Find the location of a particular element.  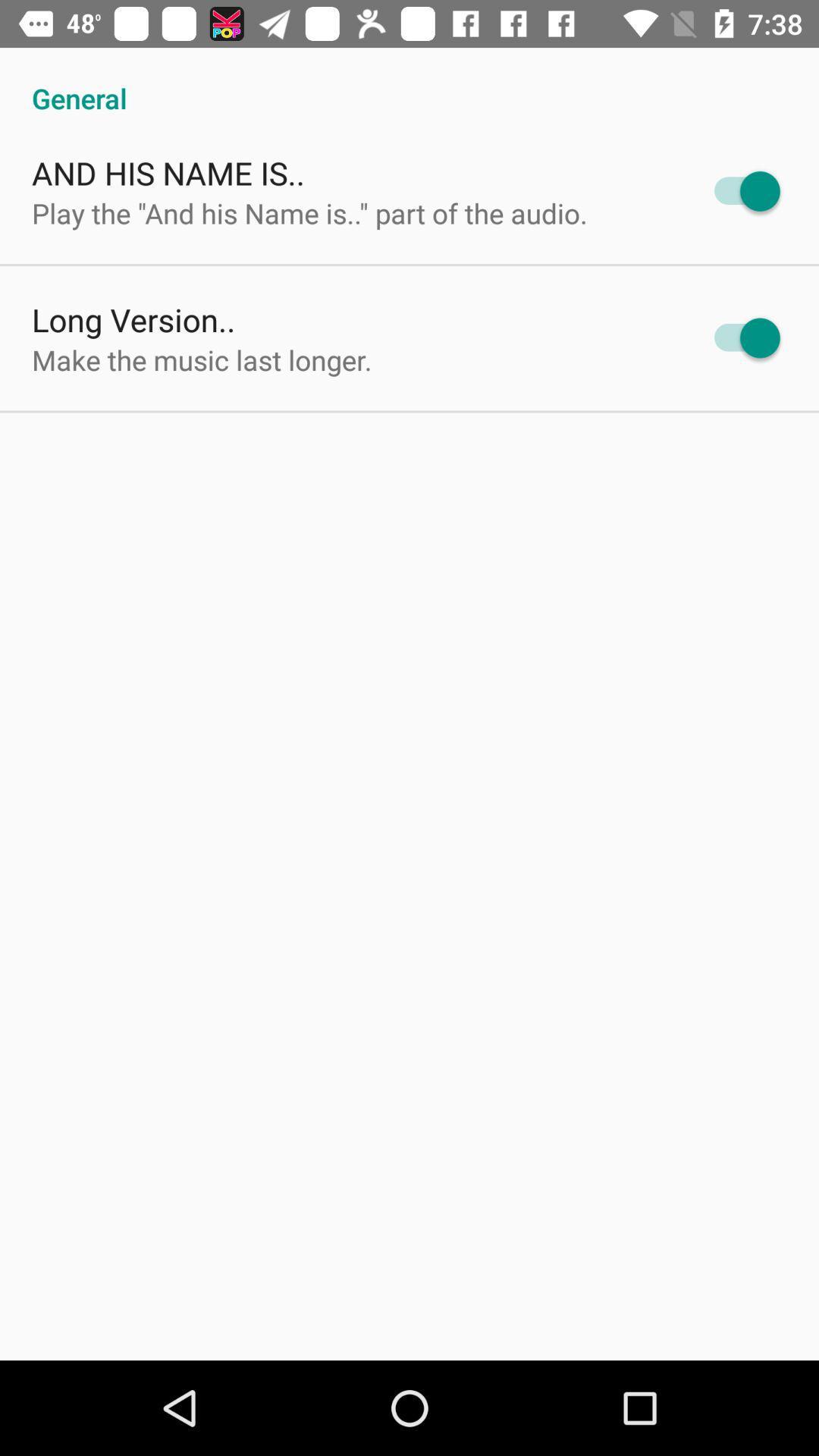

play the and icon is located at coordinates (309, 212).